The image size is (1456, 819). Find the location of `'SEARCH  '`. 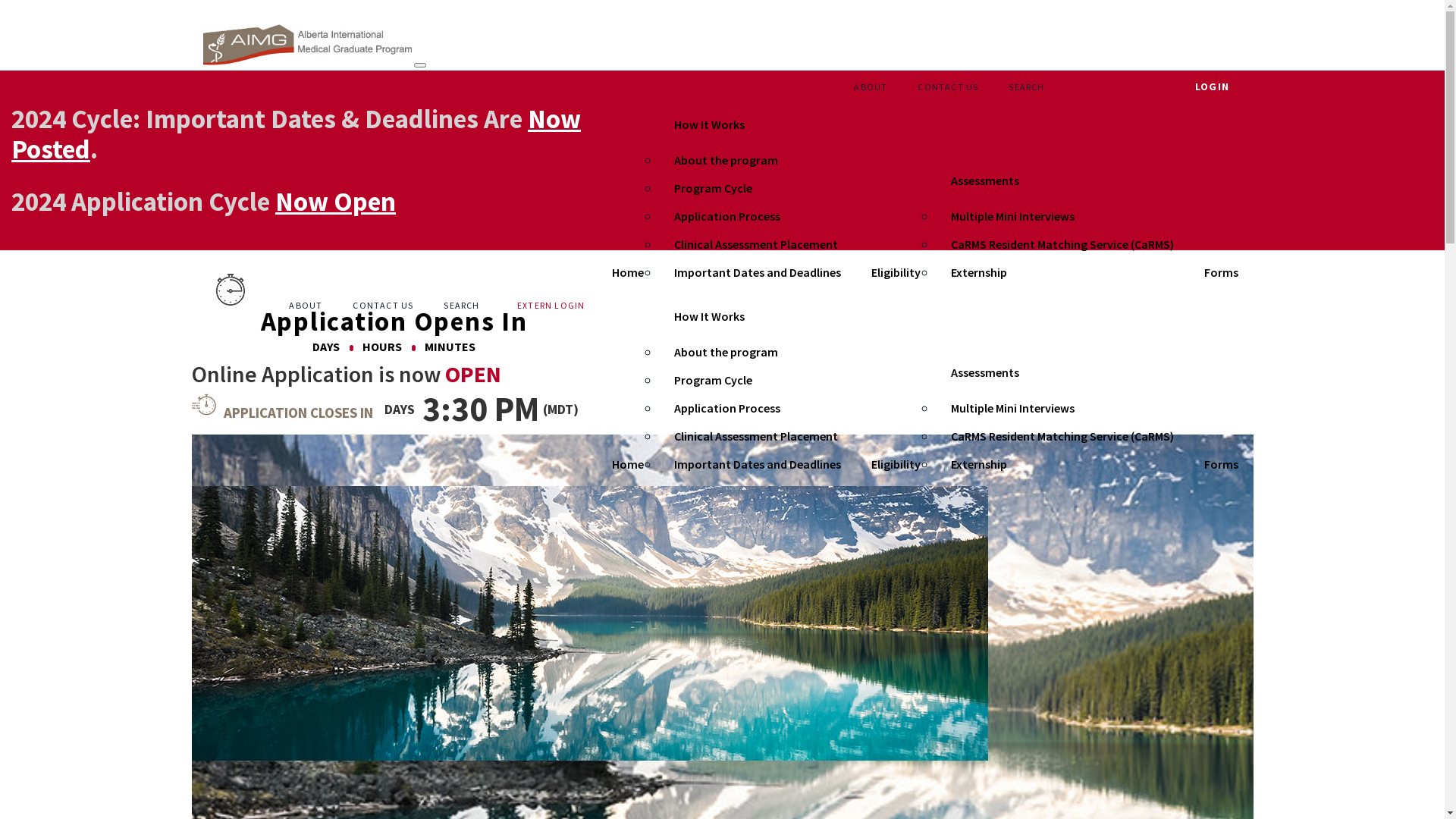

'SEARCH  ' is located at coordinates (463, 305).